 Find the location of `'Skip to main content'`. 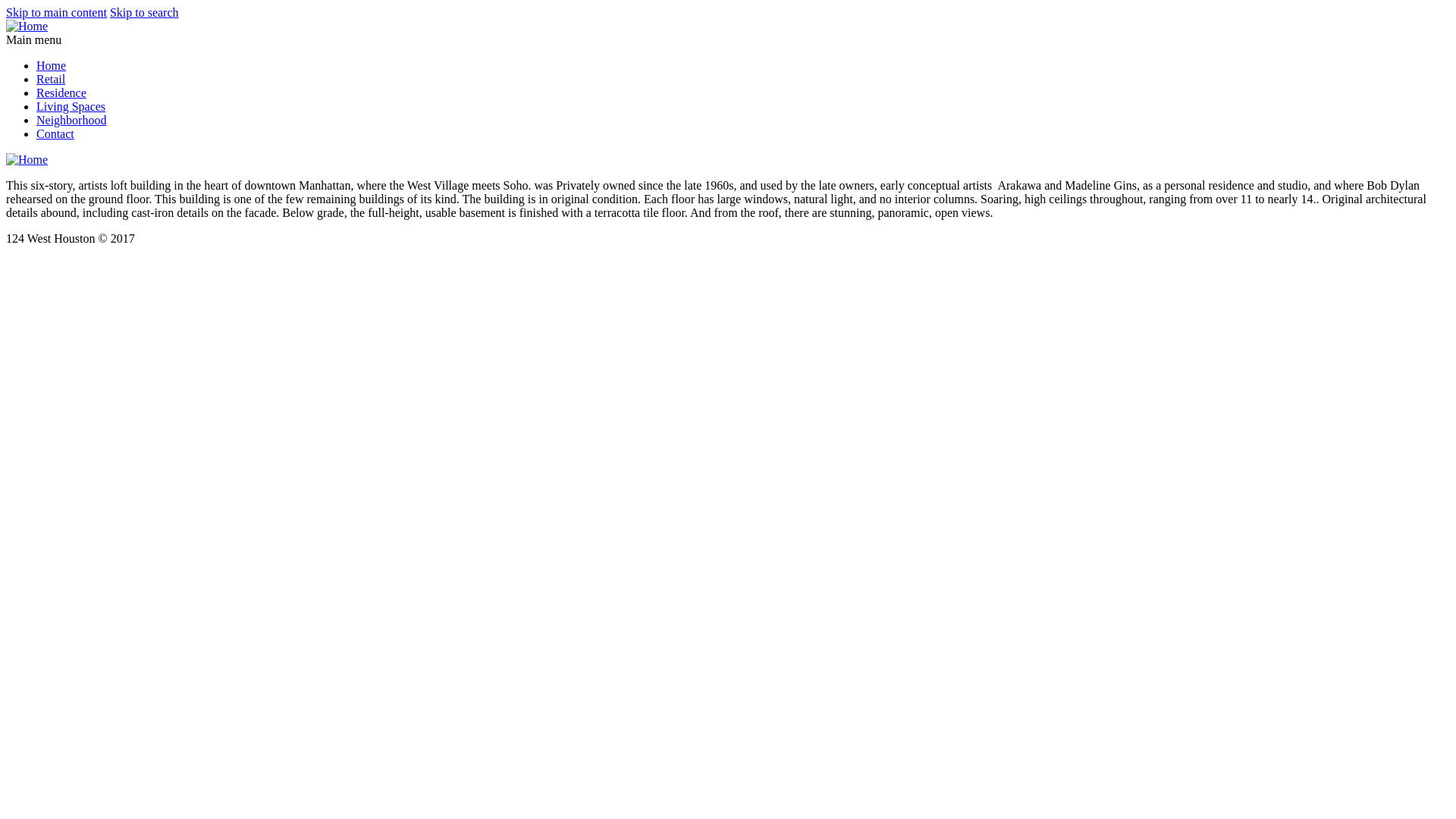

'Skip to main content' is located at coordinates (56, 12).